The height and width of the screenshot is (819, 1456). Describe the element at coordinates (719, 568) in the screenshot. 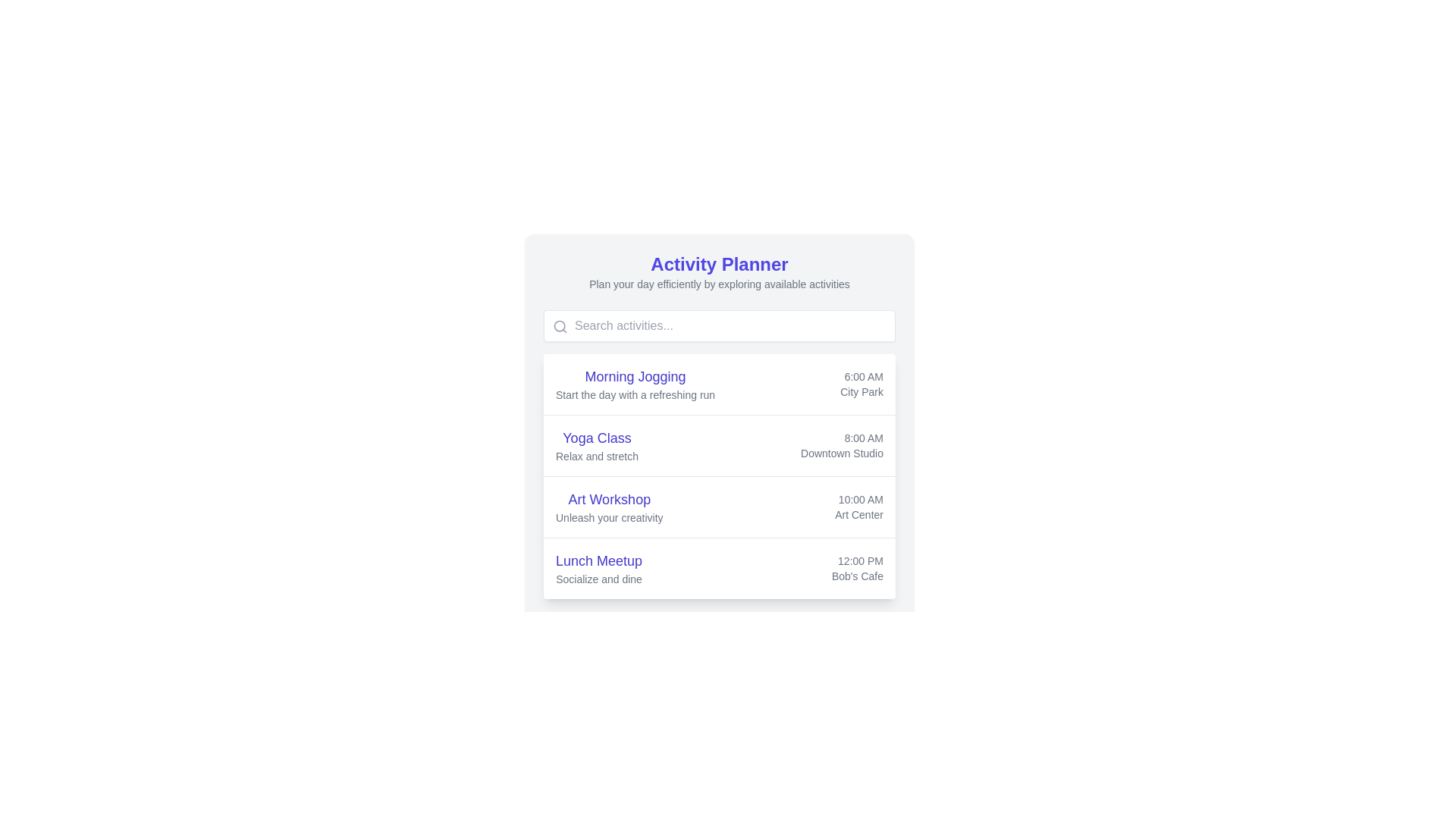

I see `the Informational display card titled 'Lunch Meetup' which is the fourth entry in a vertically stacked list with distinctive content` at that location.